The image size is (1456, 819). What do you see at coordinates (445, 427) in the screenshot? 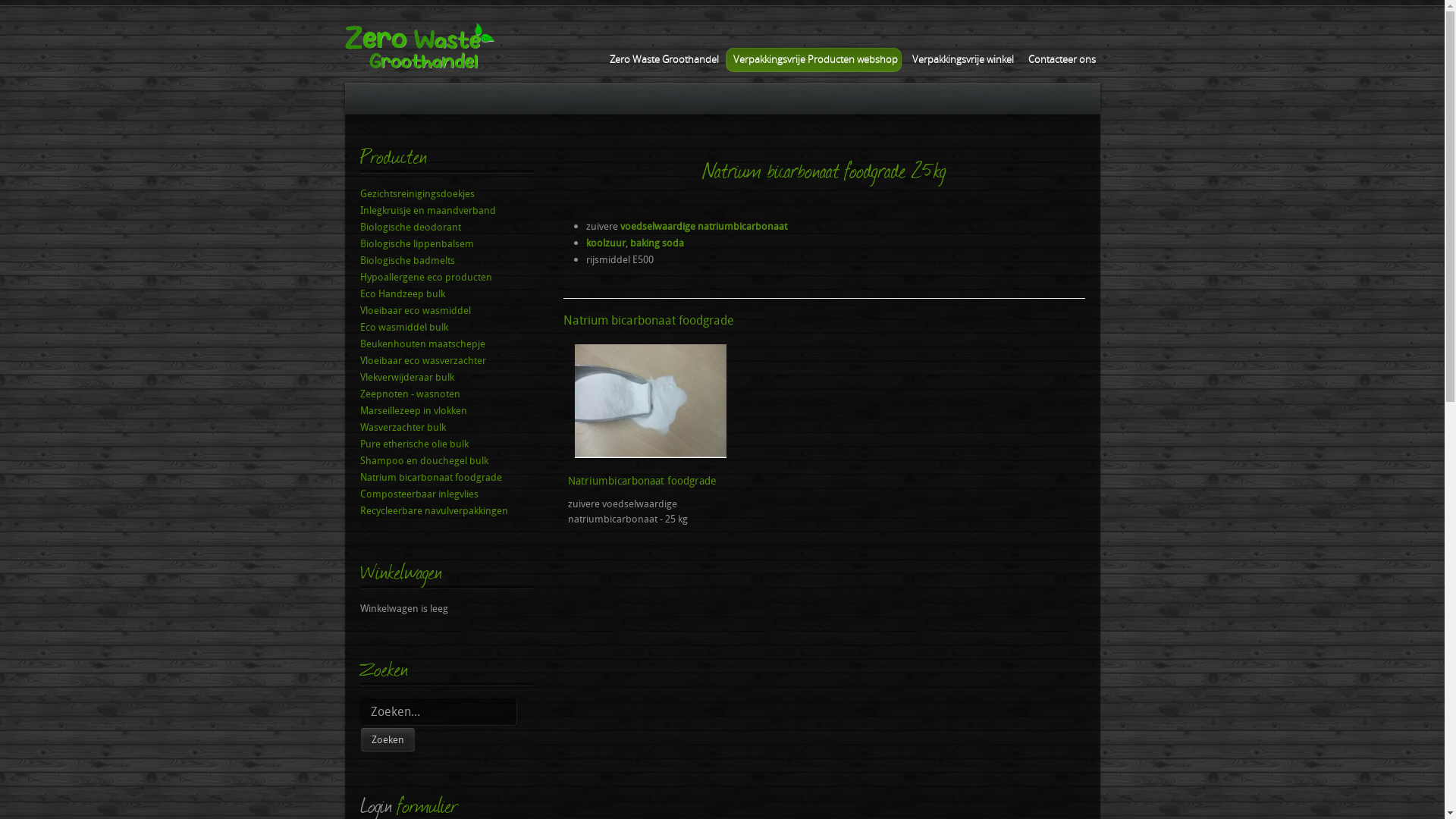
I see `'Wasverzachter bulk'` at bounding box center [445, 427].